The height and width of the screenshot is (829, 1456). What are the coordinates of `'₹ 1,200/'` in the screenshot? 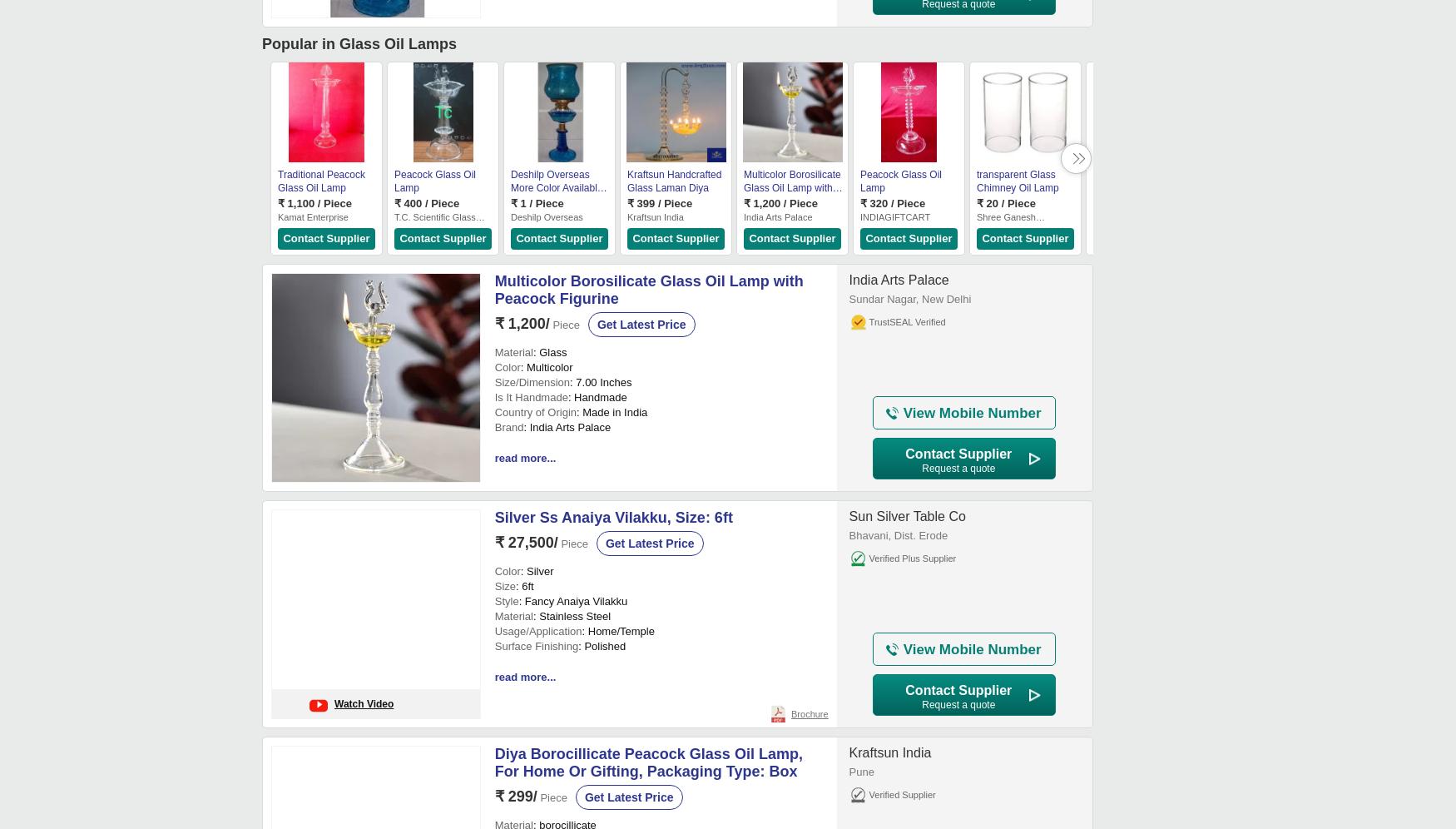 It's located at (521, 323).